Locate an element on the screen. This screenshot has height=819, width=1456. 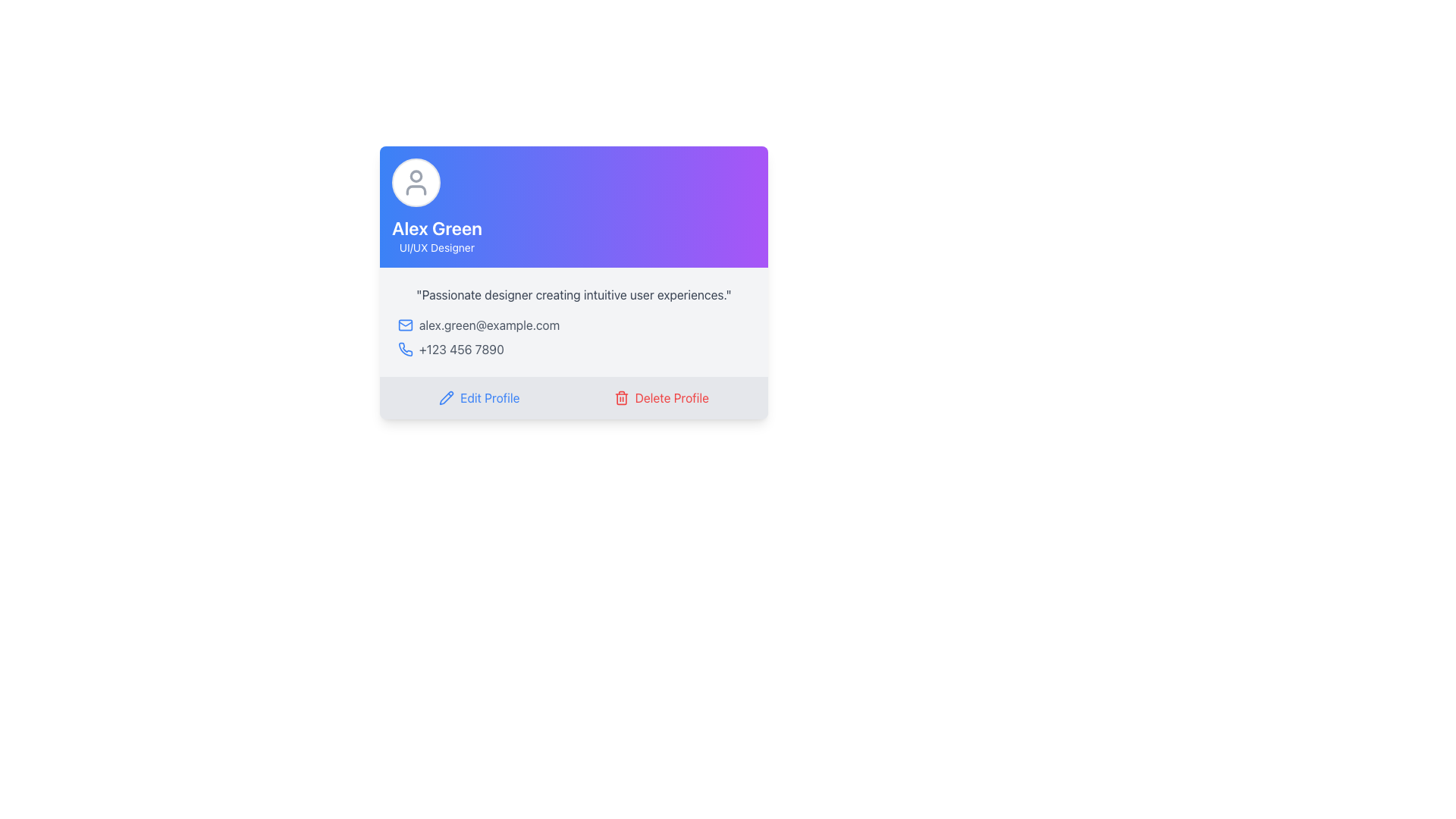
the pencil icon, which is part of an icon group next to the 'Edit Profile' button, featuring a minimalistic design with a sharpened tip is located at coordinates (446, 397).